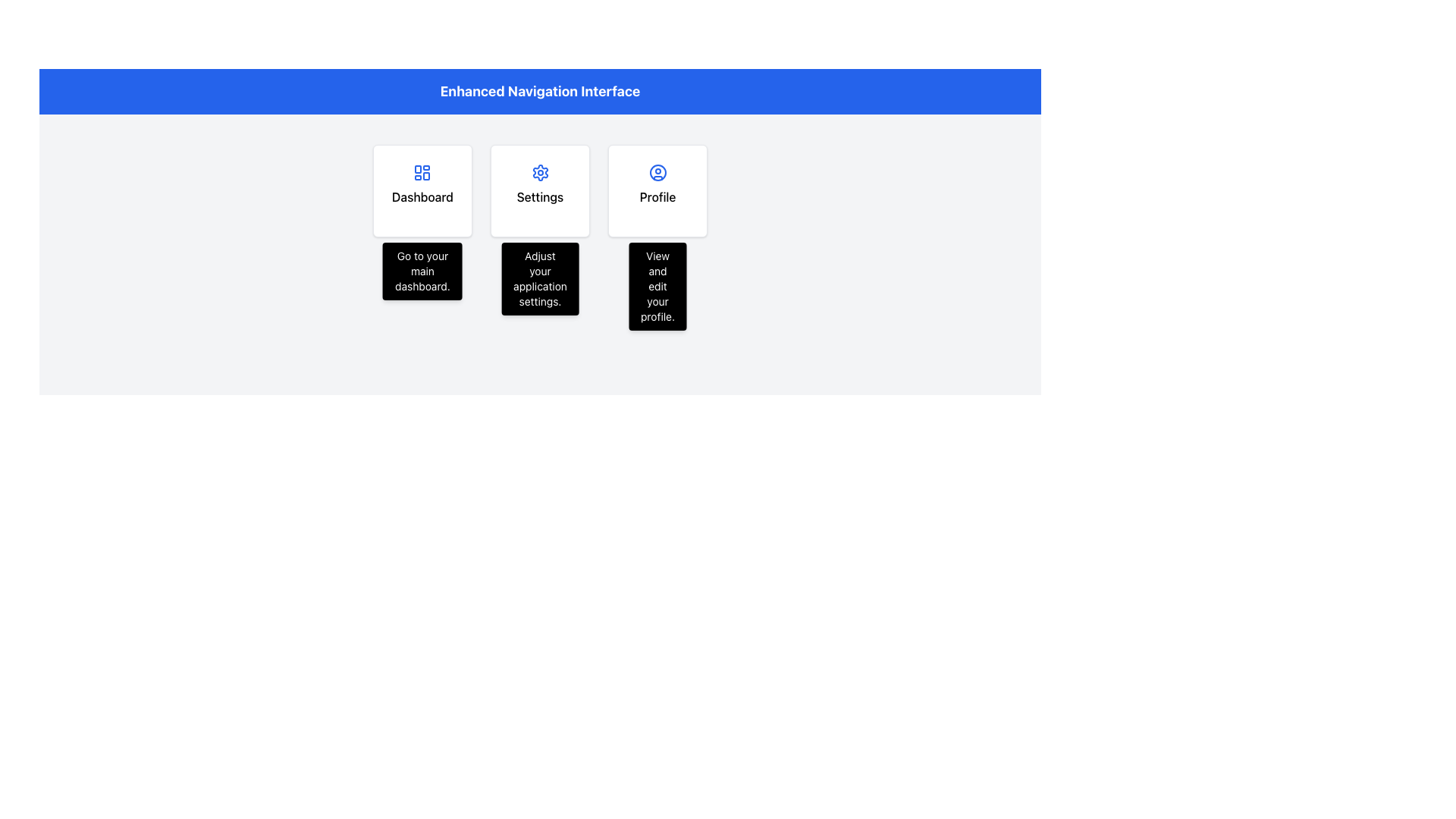 The image size is (1456, 819). Describe the element at coordinates (657, 171) in the screenshot. I see `the graphical decoration within the user profile icon located in the Profile section of the interface` at that location.